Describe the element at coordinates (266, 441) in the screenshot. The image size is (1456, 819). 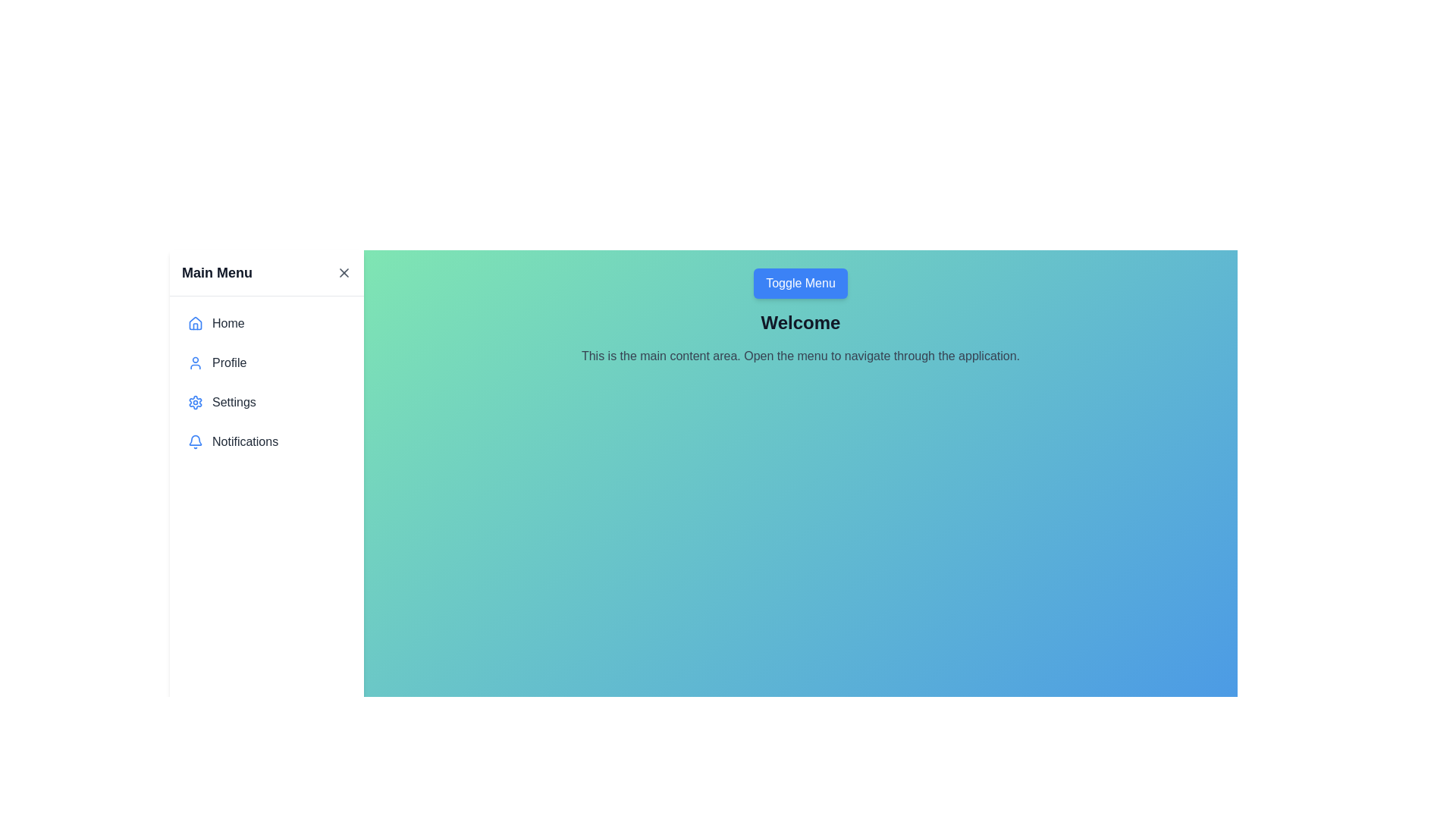
I see `the Notifications list item in the left-hand navigation menu, which features a blue notification bell icon and medium gray text. This item is the fourth in the menu, positioned below Settings` at that location.